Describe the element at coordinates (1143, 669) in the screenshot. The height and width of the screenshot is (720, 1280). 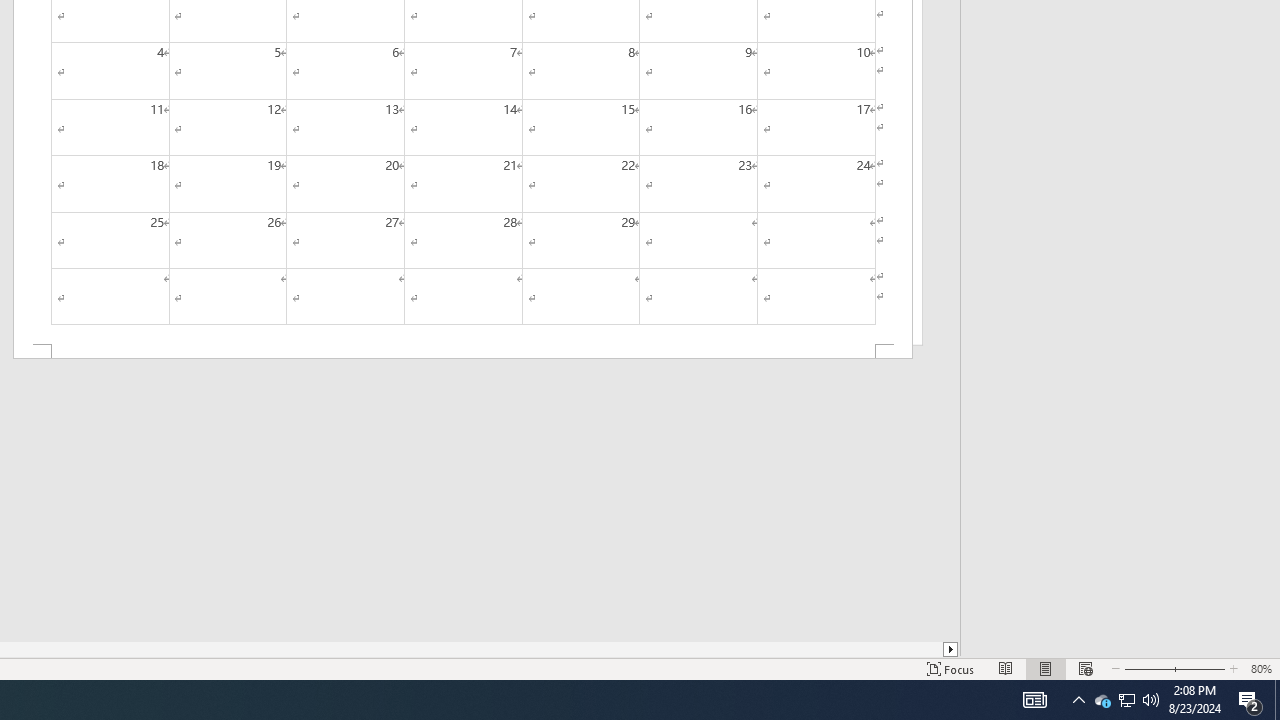
I see `'Zoom Out'` at that location.